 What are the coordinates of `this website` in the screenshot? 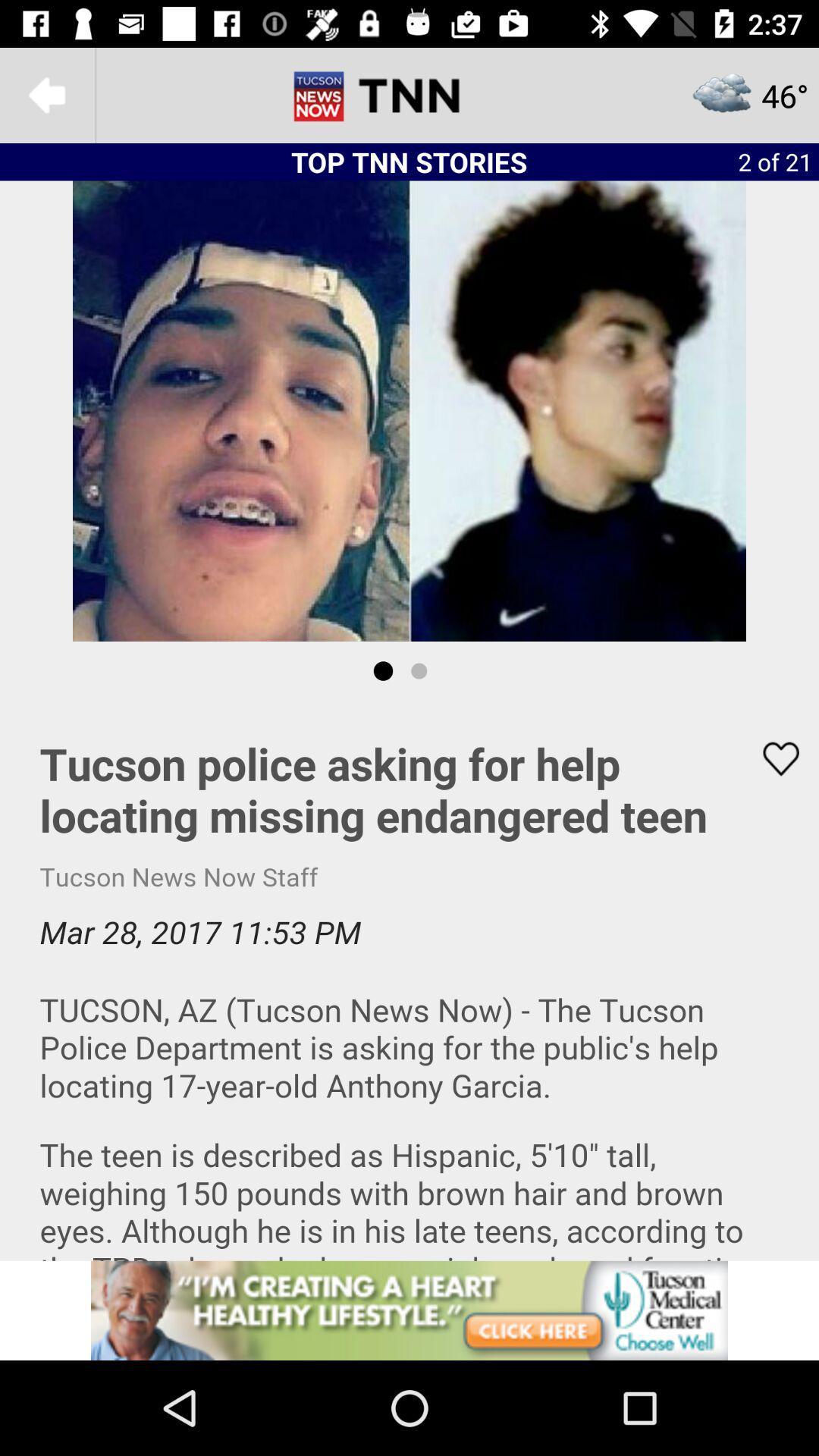 It's located at (409, 1310).